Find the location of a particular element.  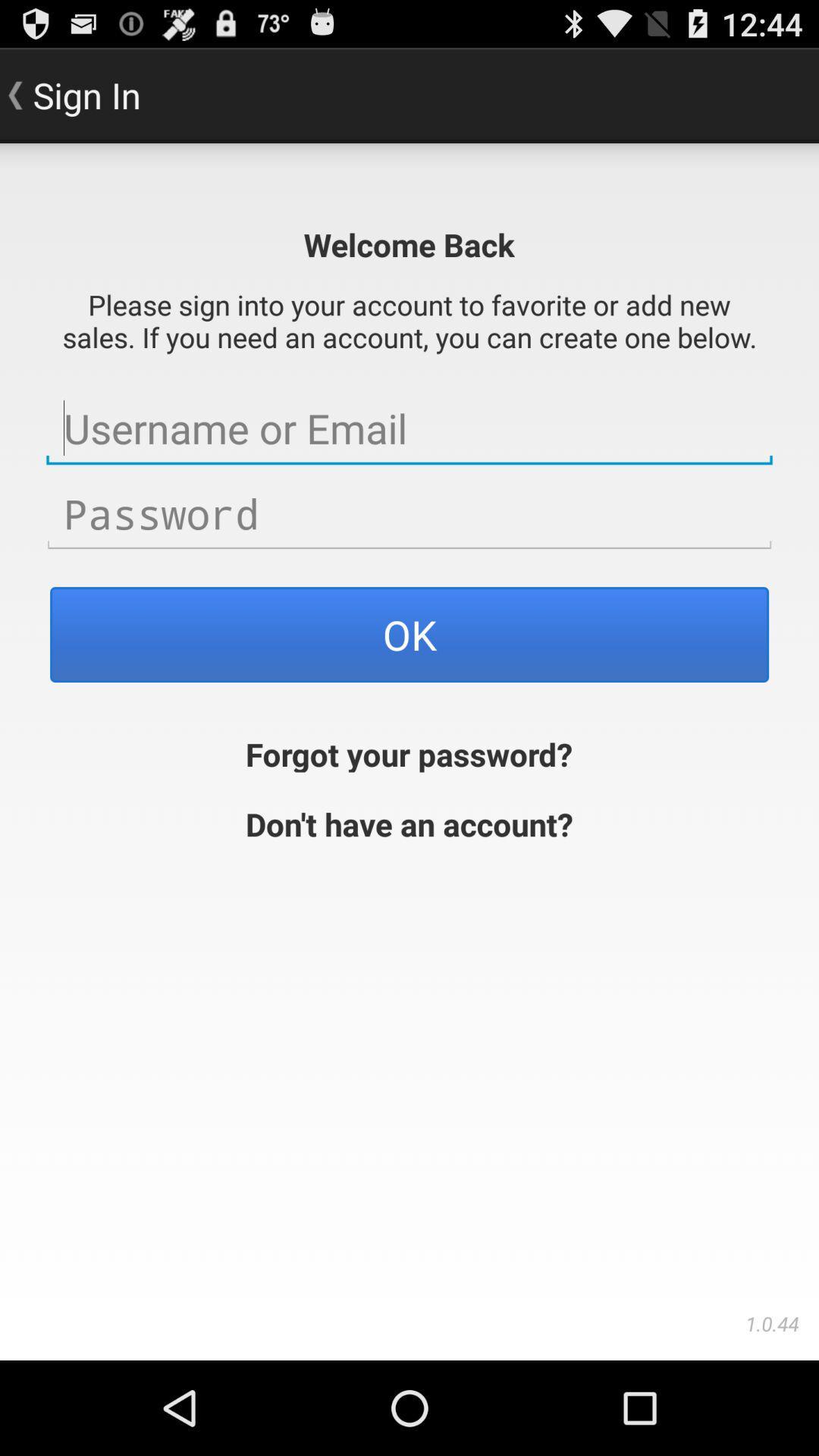

item below ok item is located at coordinates (408, 752).